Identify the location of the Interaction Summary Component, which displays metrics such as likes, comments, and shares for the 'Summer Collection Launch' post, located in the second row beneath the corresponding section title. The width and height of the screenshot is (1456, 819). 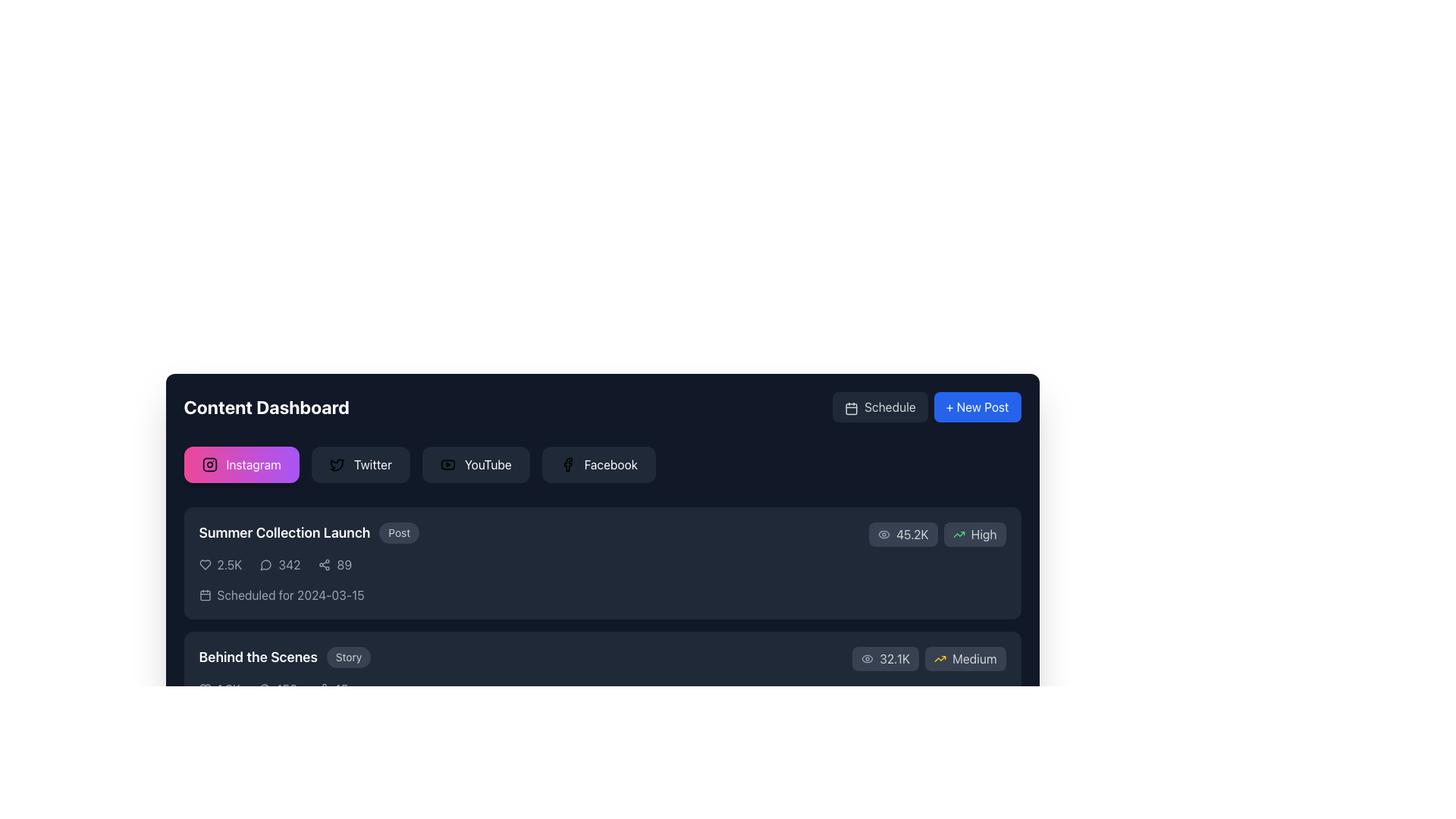
(534, 564).